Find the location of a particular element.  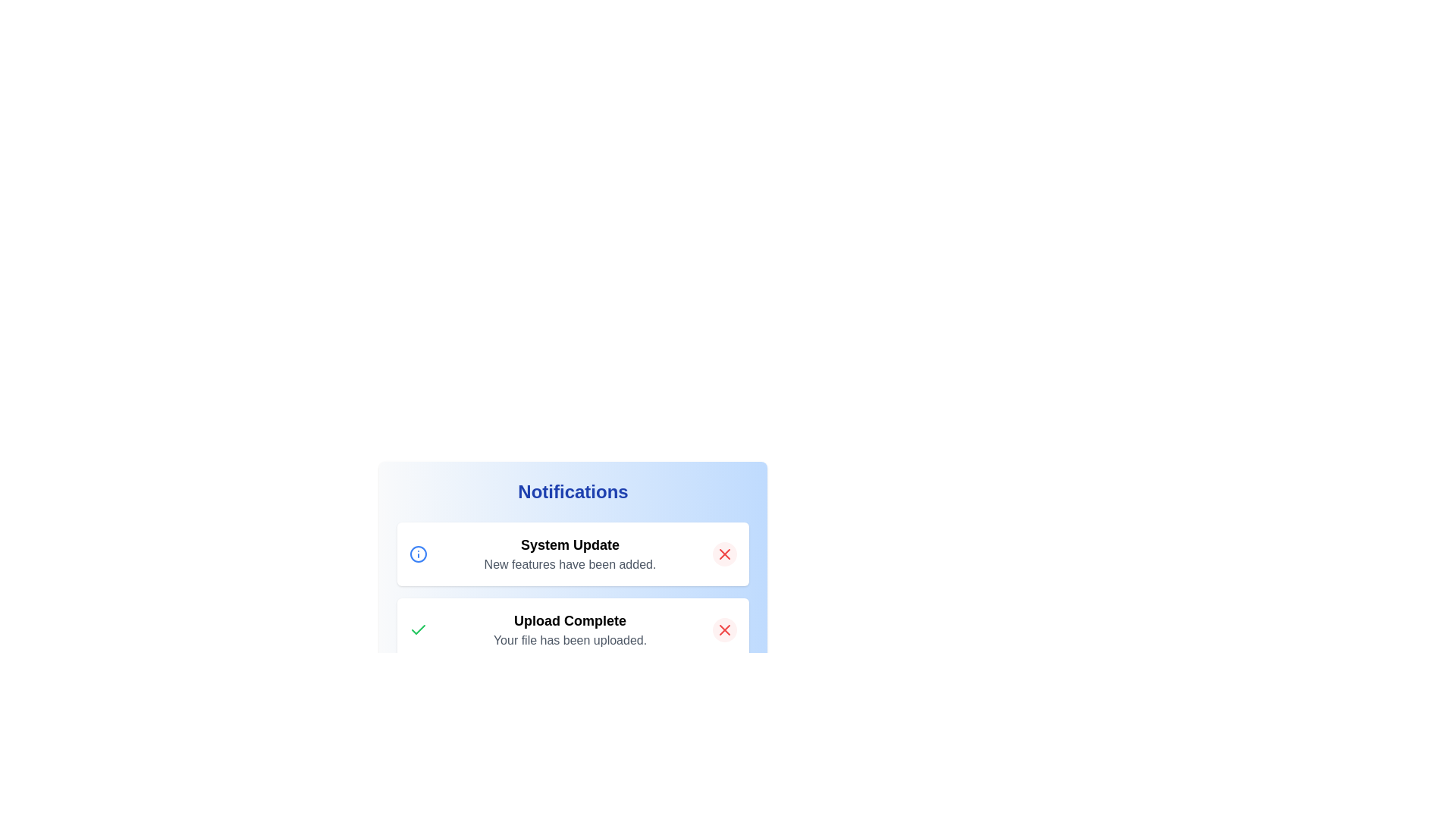

notification details from the second notification card titled 'Upload Complete' in the notification panel is located at coordinates (572, 607).